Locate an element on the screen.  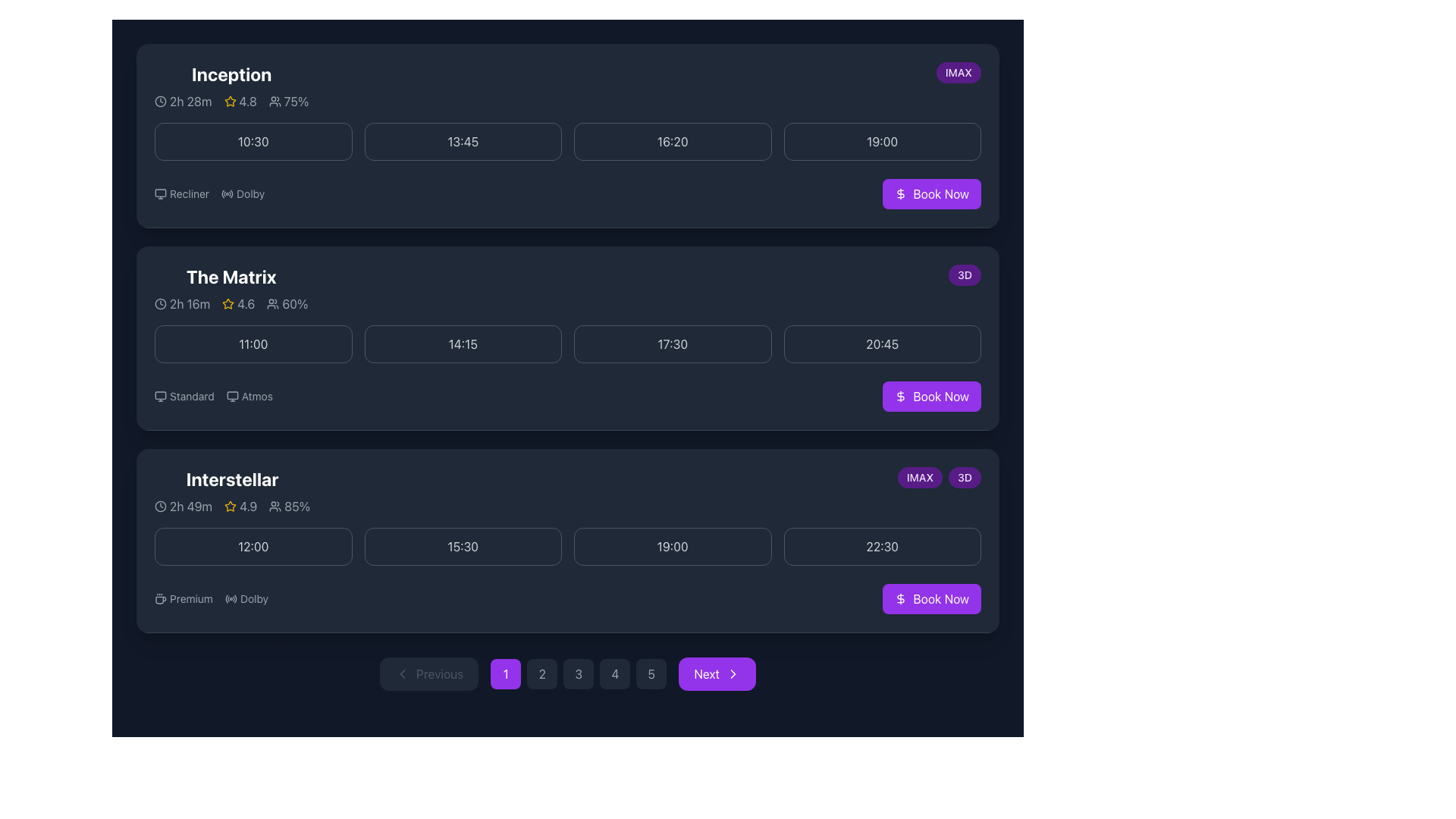
the purple 'Book Now' button located in the bottom-right corner of the movie details card to book a ticket is located at coordinates (901, 598).